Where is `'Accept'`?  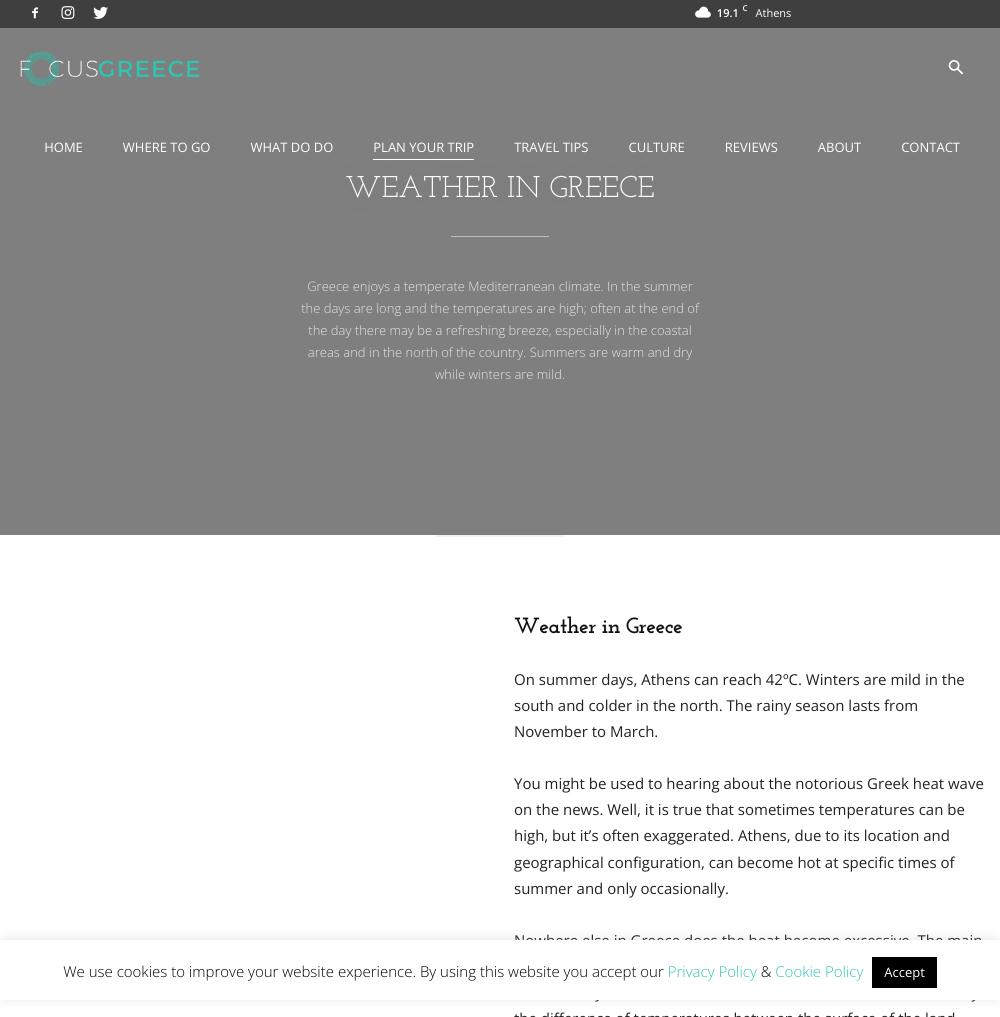
'Accept' is located at coordinates (904, 972).